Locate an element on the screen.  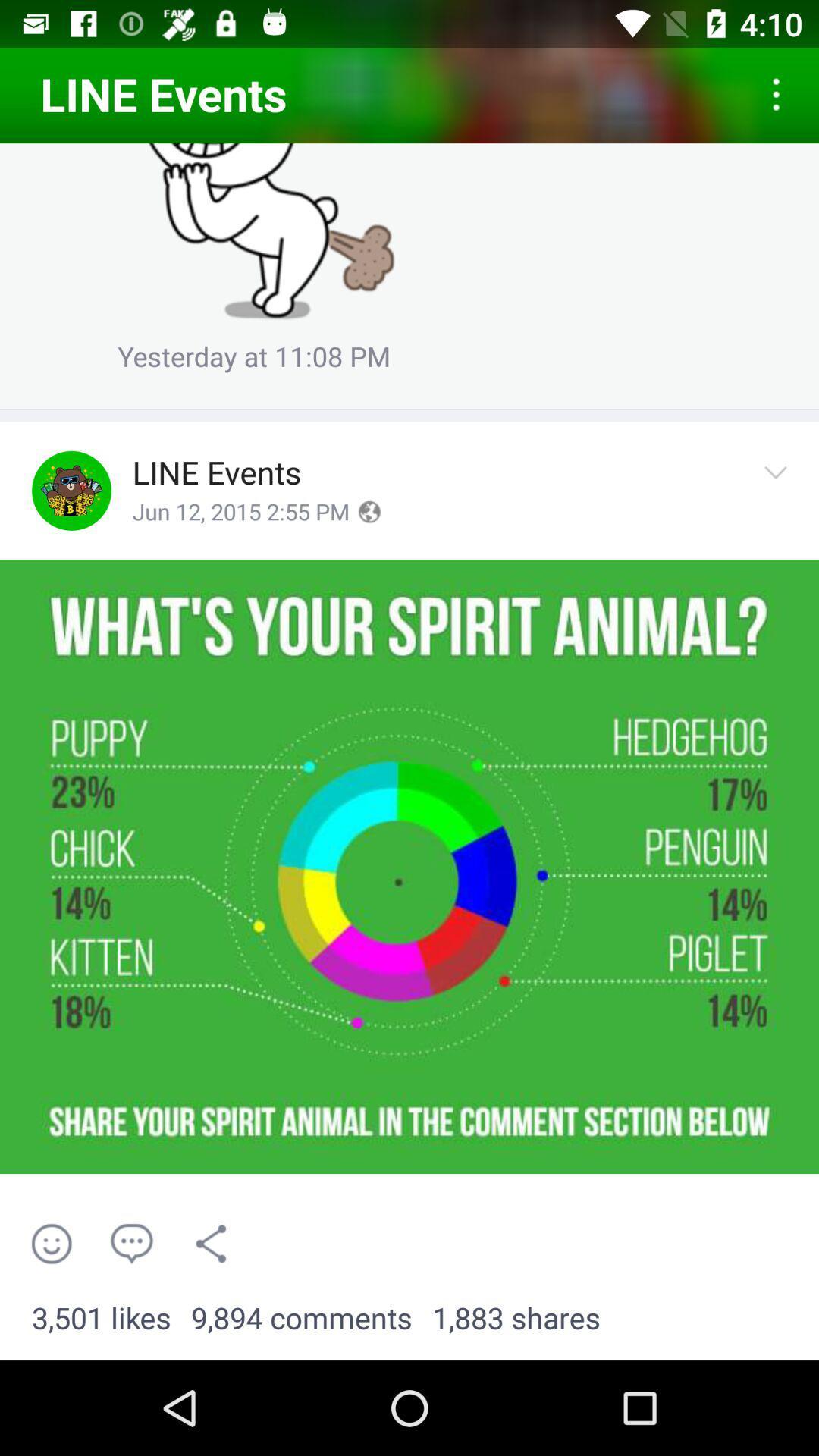
item below the line events item is located at coordinates (240, 513).